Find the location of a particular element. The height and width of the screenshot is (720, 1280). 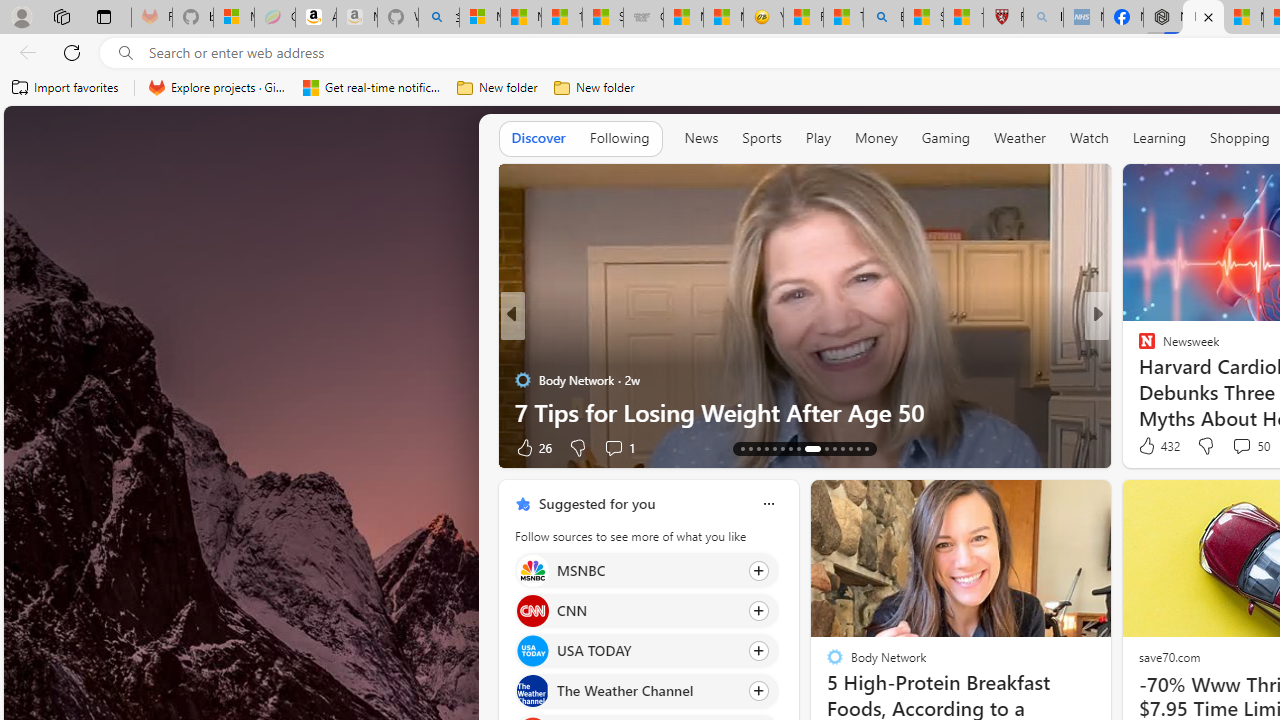

'451 Like' is located at coordinates (1152, 446).